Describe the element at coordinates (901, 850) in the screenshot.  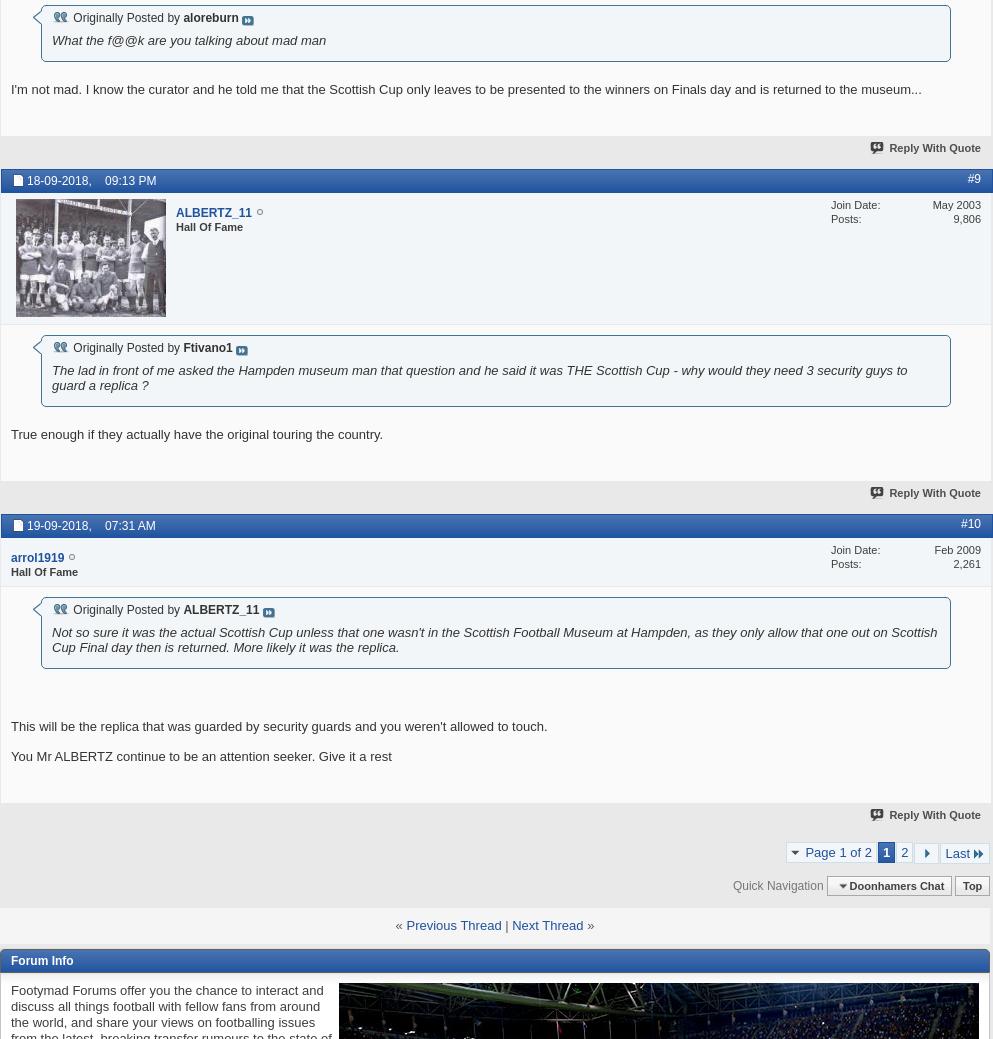
I see `'2'` at that location.